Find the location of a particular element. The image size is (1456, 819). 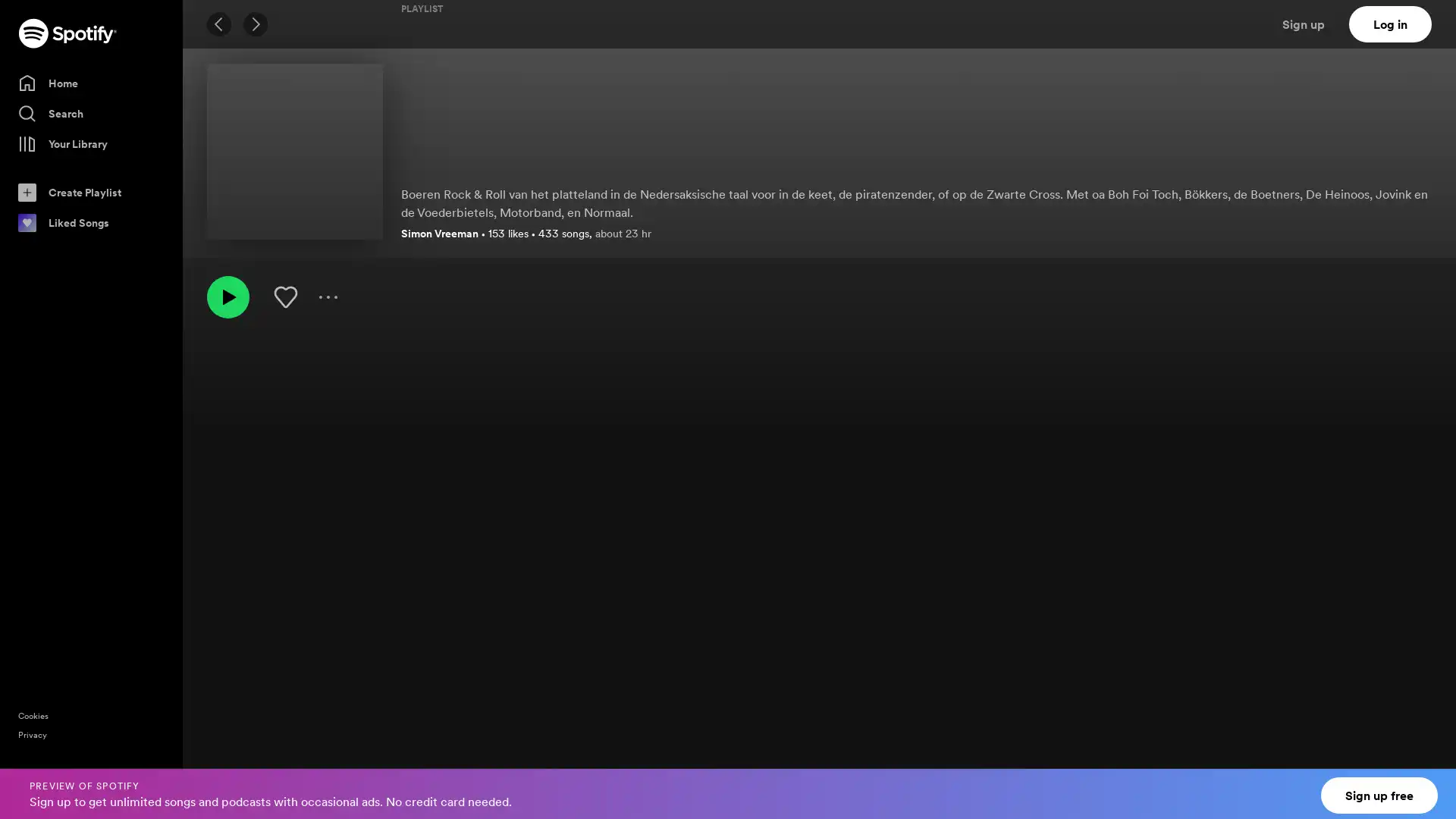

Close is located at coordinates (1430, 784).